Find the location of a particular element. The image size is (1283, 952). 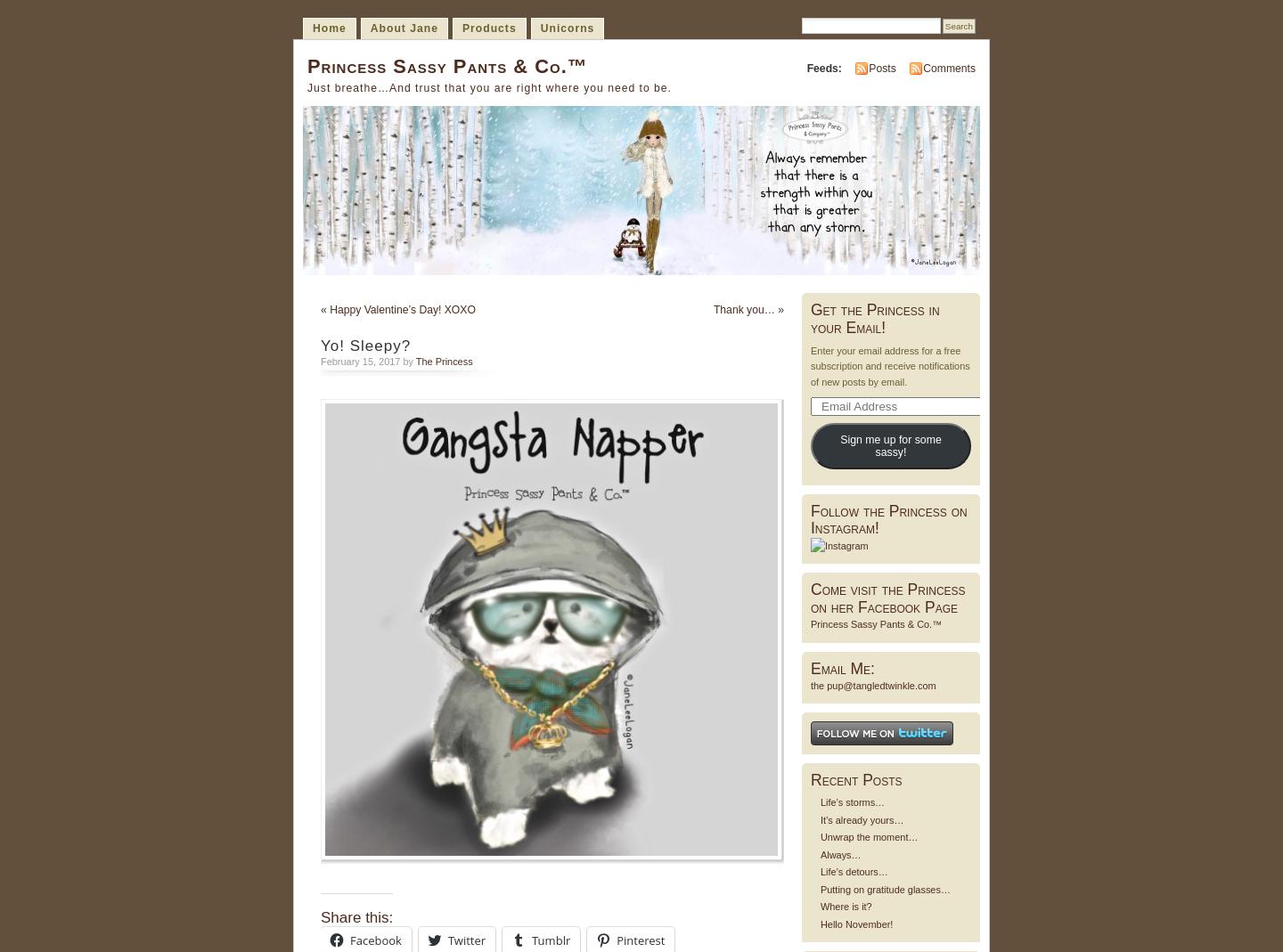

'Unwrap the moment…' is located at coordinates (868, 835).